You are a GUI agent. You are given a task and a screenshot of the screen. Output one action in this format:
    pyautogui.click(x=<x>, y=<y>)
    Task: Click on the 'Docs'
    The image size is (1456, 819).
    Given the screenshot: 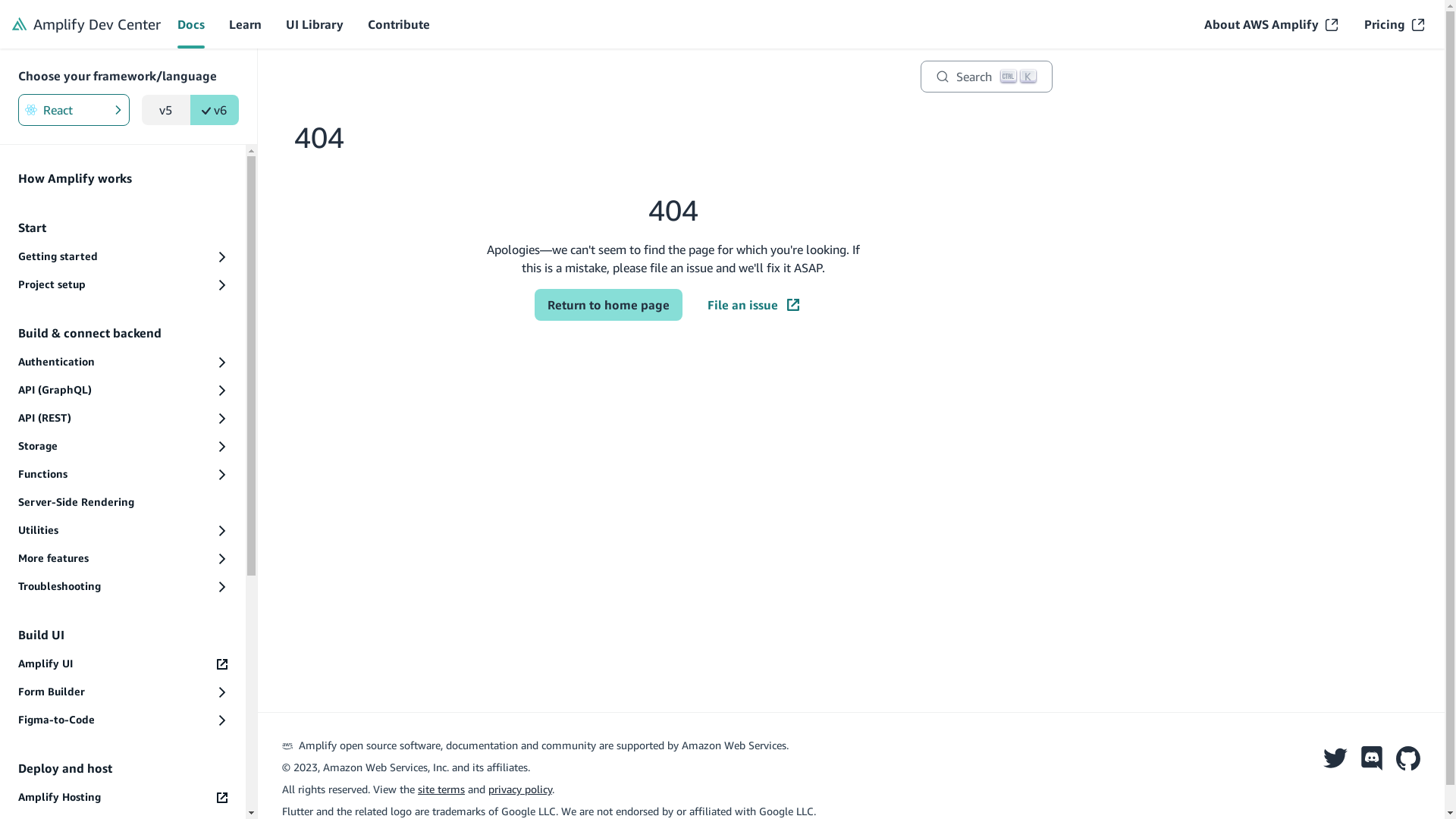 What is the action you would take?
    pyautogui.click(x=190, y=24)
    